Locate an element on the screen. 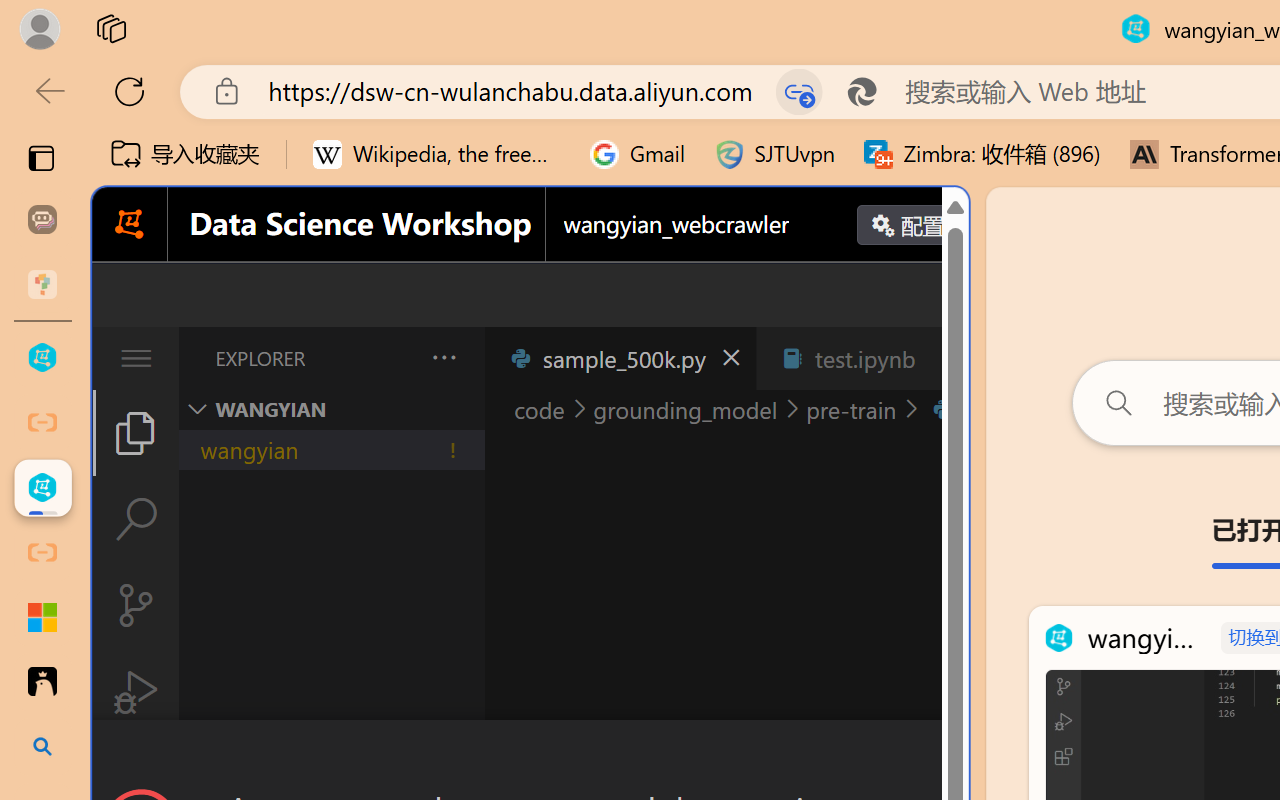  'Adjust indents and spacing - Microsoft Support' is located at coordinates (42, 617).